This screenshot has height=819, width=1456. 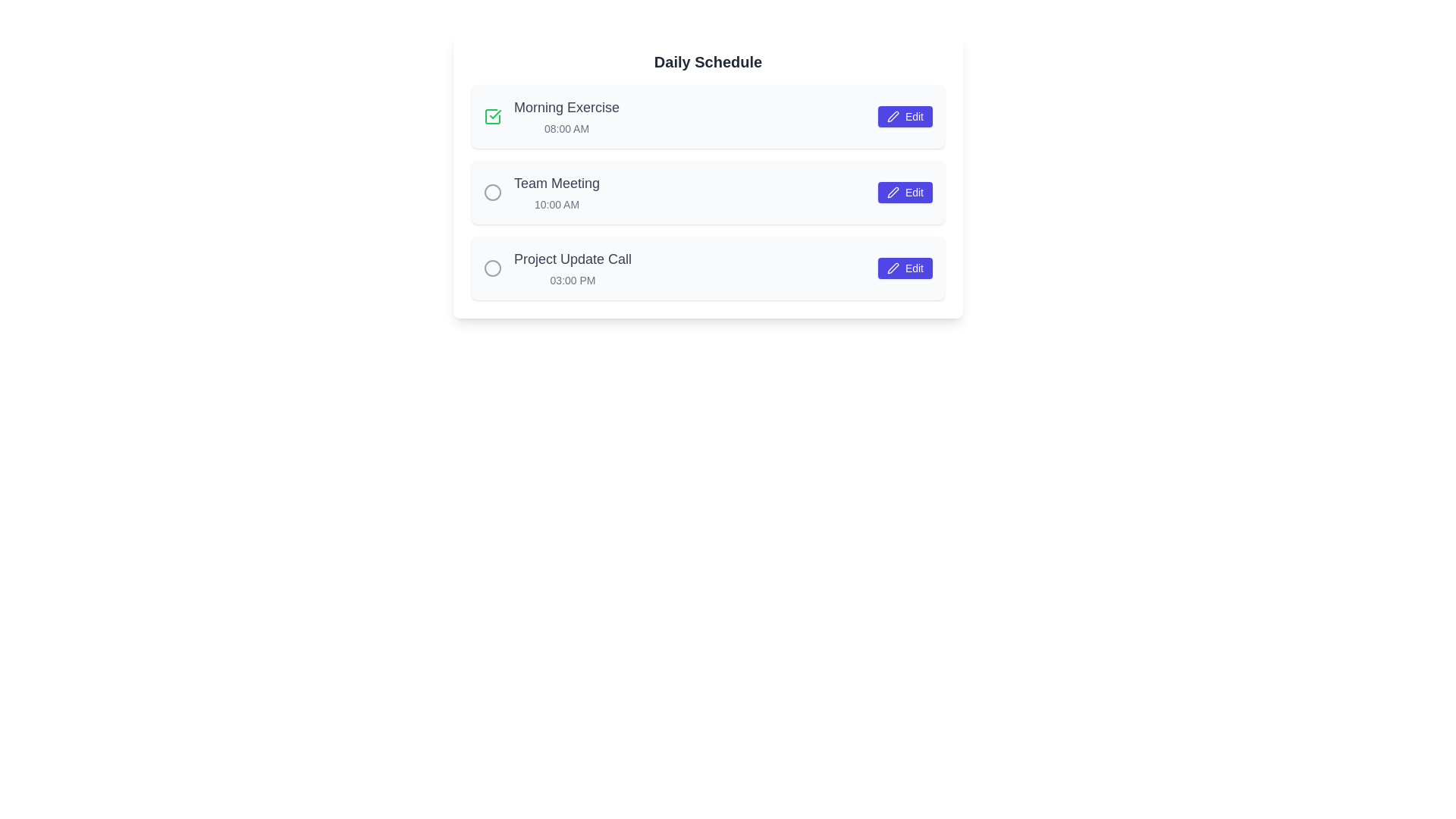 What do you see at coordinates (893, 268) in the screenshot?
I see `the pen icon that indicates the 'Edit' button, located to the left of 'Edit' in the 'Project Update Call' item of the vertical list` at bounding box center [893, 268].